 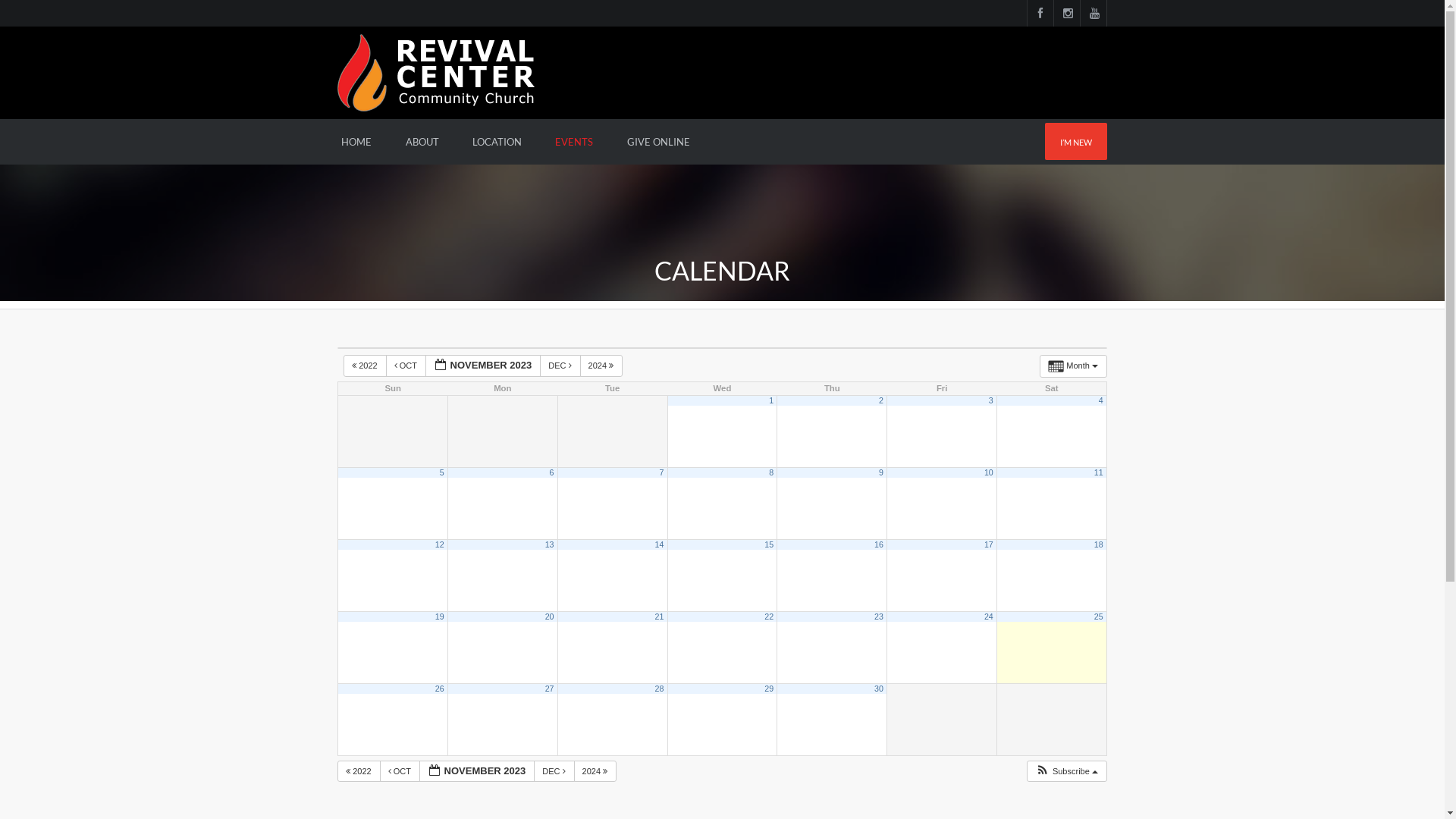 What do you see at coordinates (439, 472) in the screenshot?
I see `'5'` at bounding box center [439, 472].